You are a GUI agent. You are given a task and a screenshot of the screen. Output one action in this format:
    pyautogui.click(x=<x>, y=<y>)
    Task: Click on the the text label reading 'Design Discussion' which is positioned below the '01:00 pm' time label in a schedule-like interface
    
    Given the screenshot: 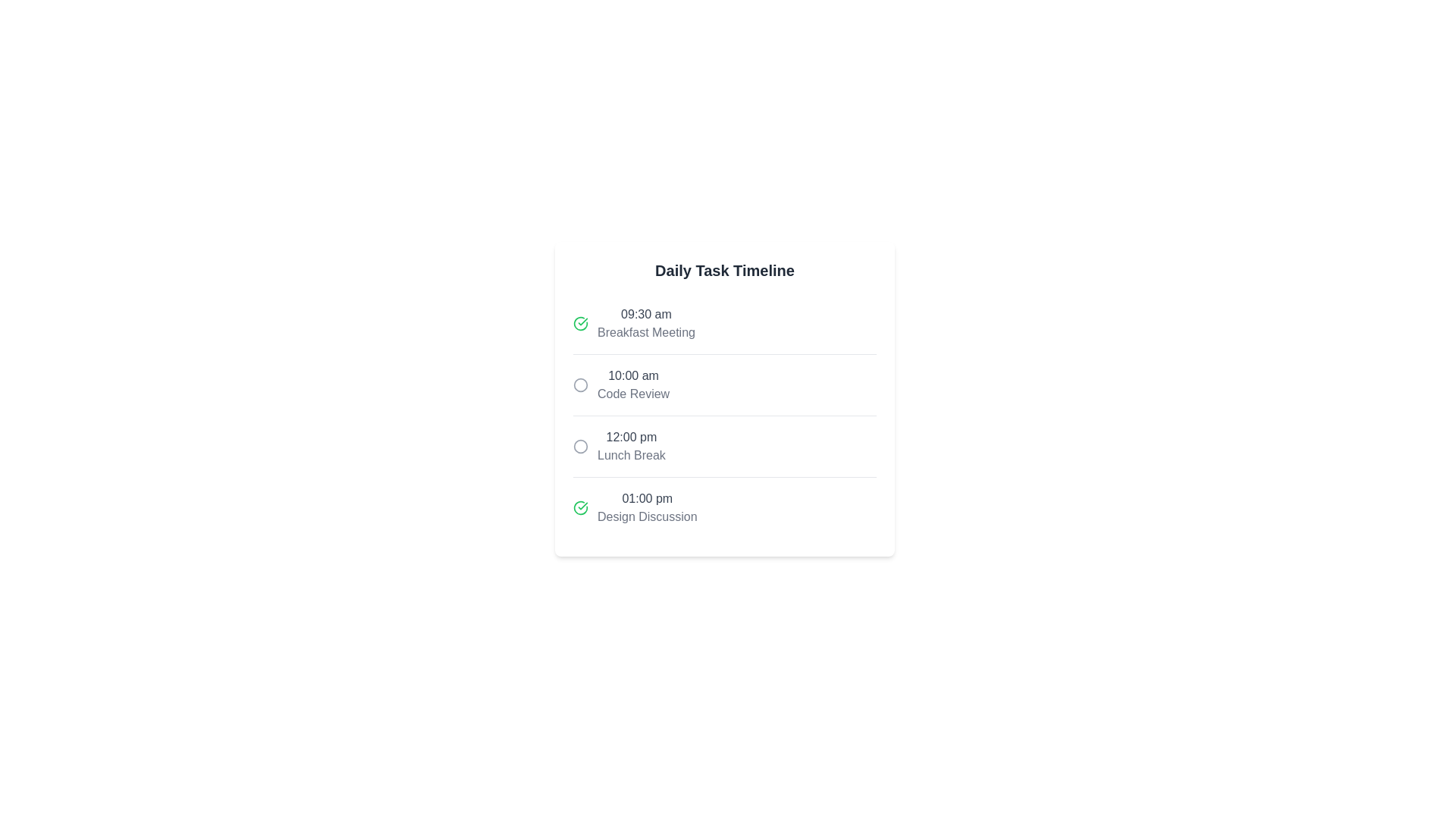 What is the action you would take?
    pyautogui.click(x=647, y=516)
    